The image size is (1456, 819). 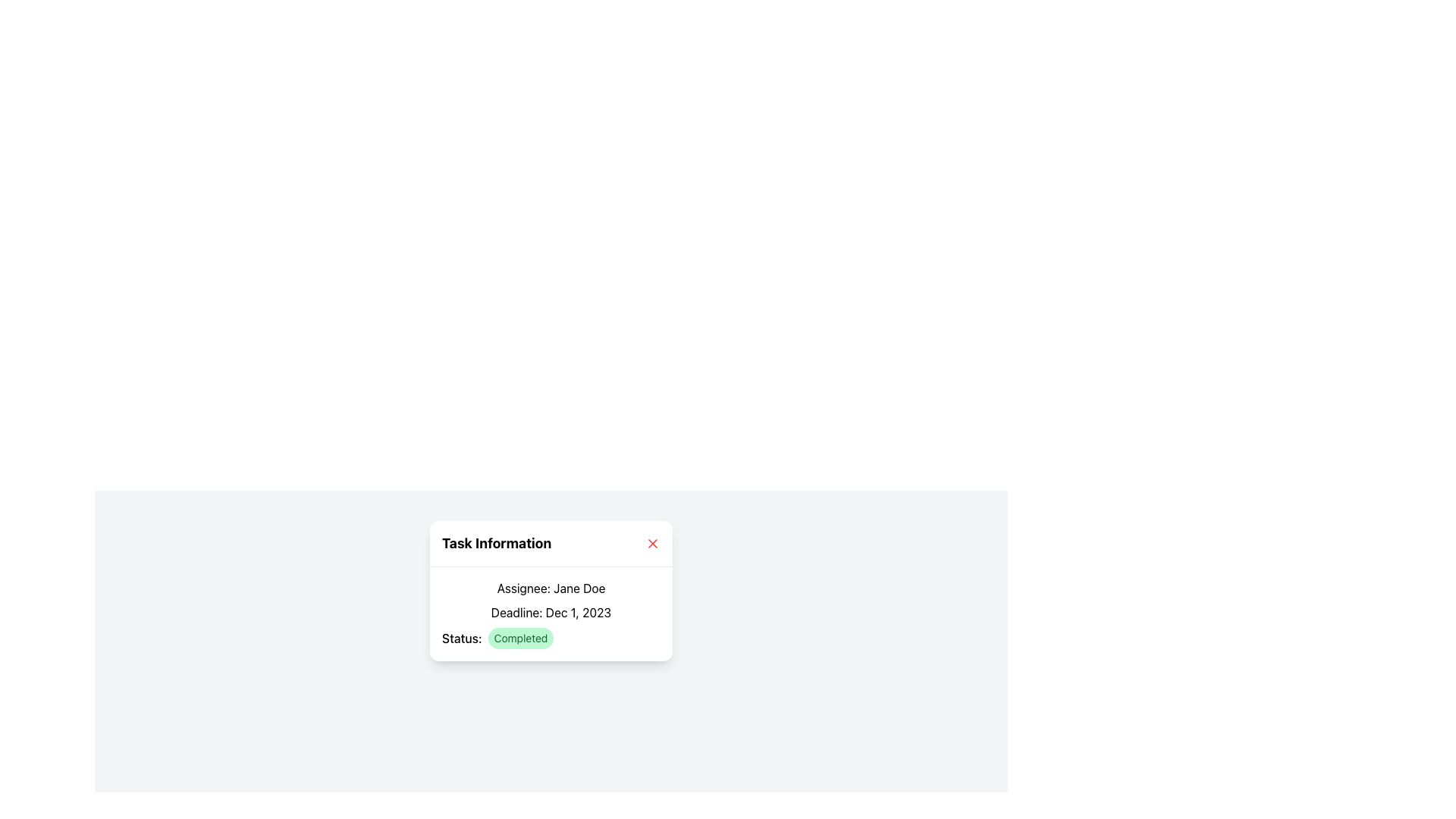 I want to click on text from the Text Label located in the bottom-left section of the 'Task Information' card, which describes the associated status value beside it, so click(x=461, y=638).